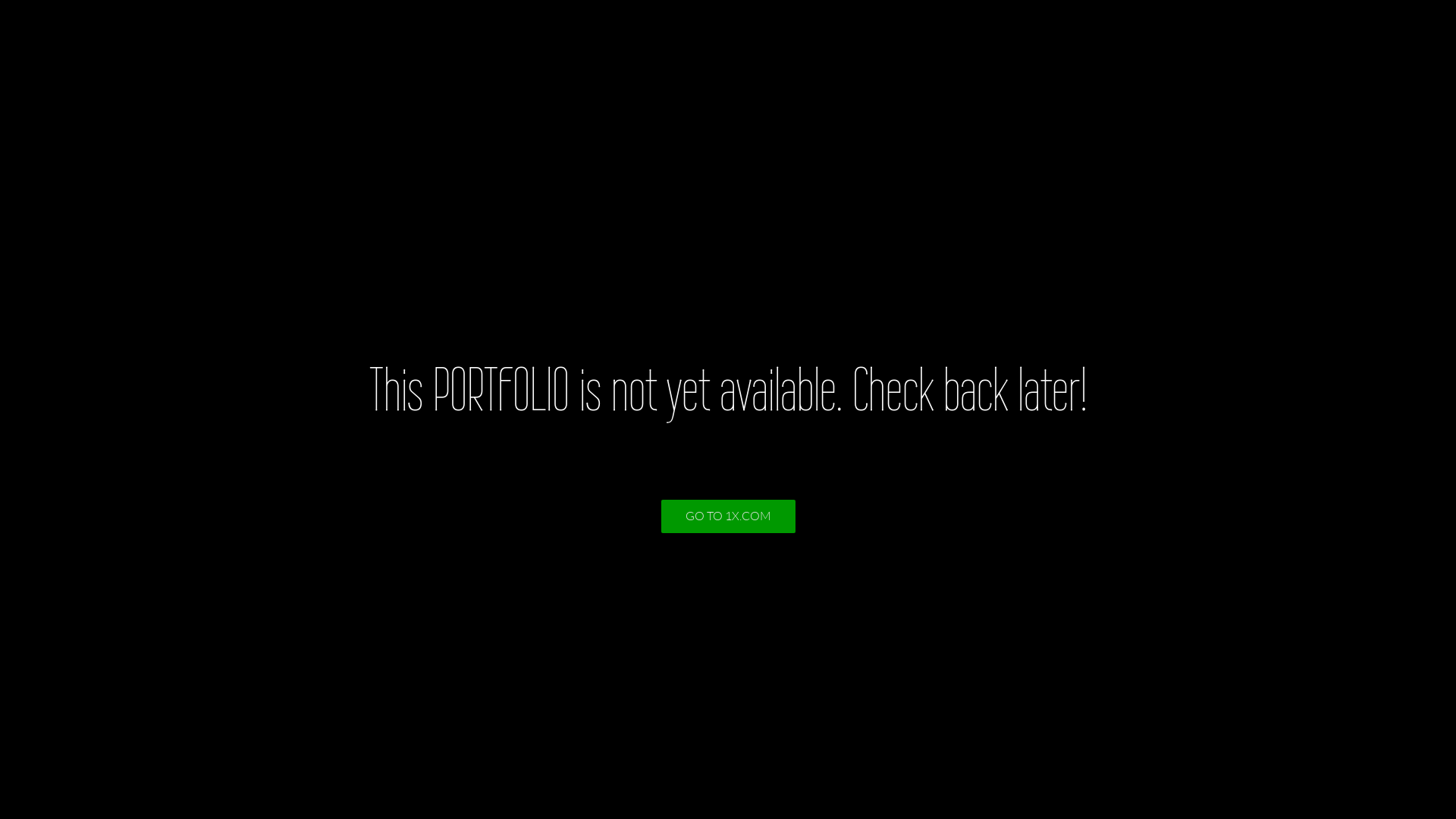  I want to click on 'GO TO 1X.COM', so click(728, 516).